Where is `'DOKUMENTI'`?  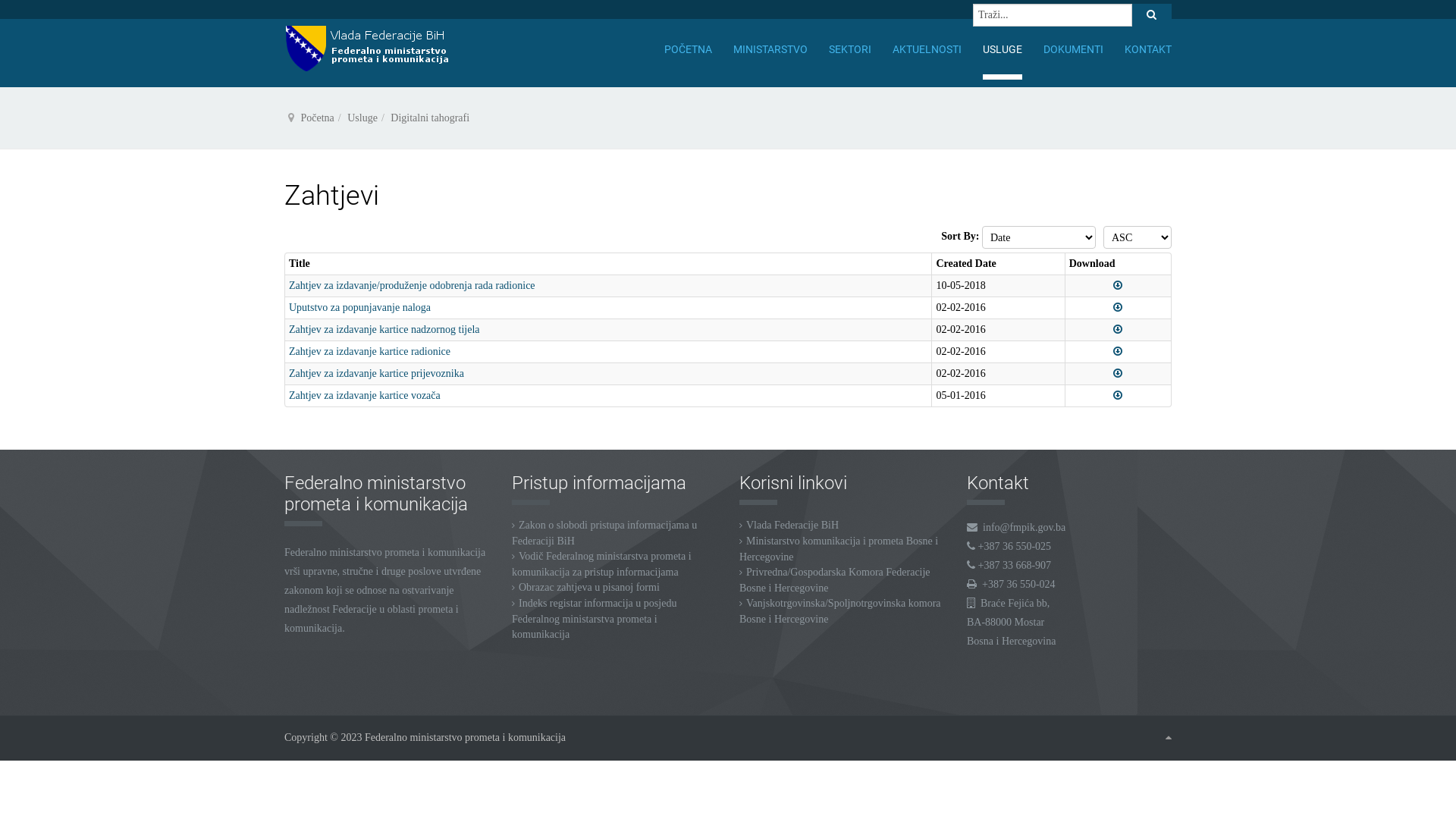
'DOKUMENTI' is located at coordinates (1072, 49).